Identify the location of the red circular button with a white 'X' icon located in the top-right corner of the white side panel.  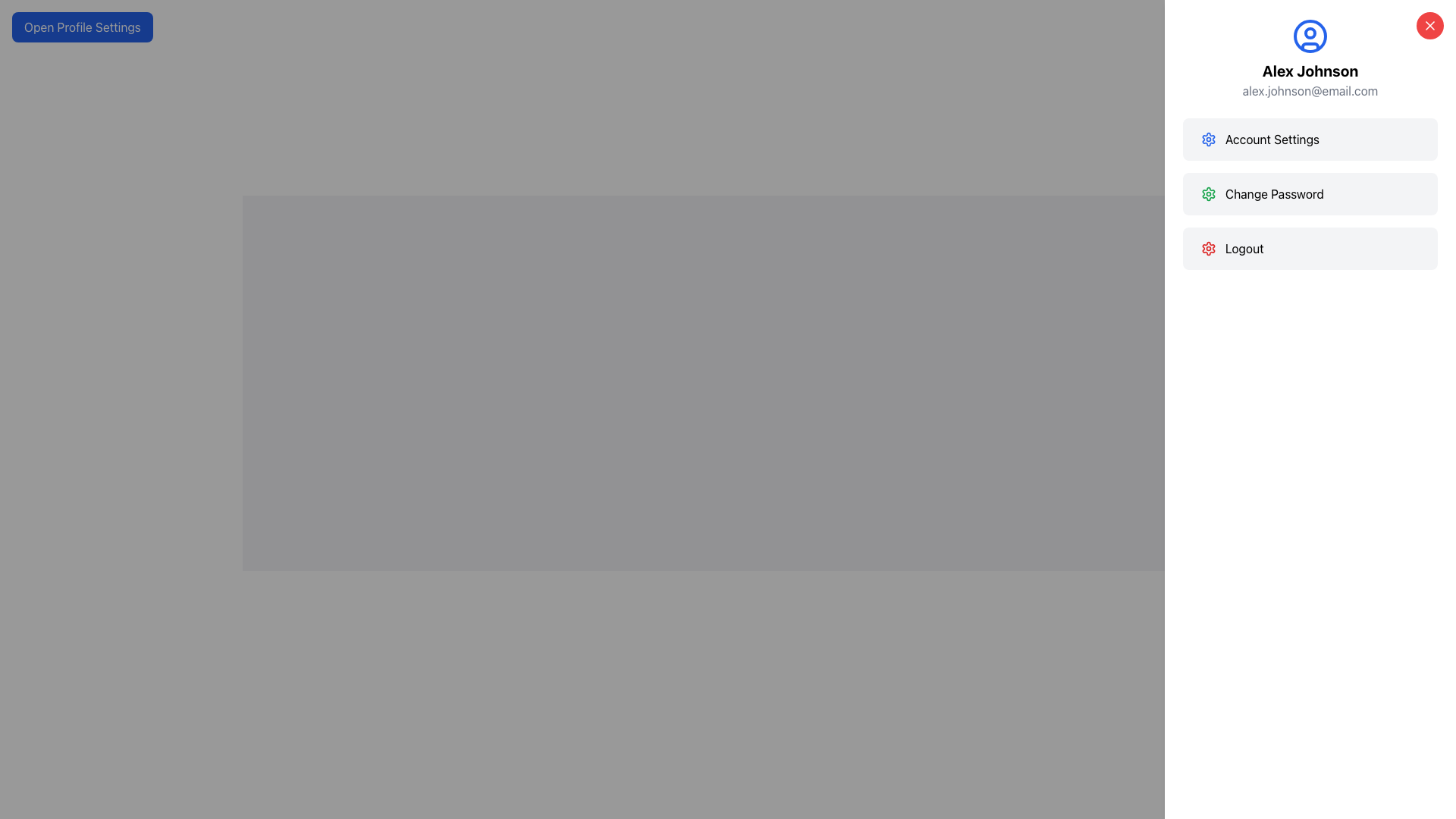
(1429, 26).